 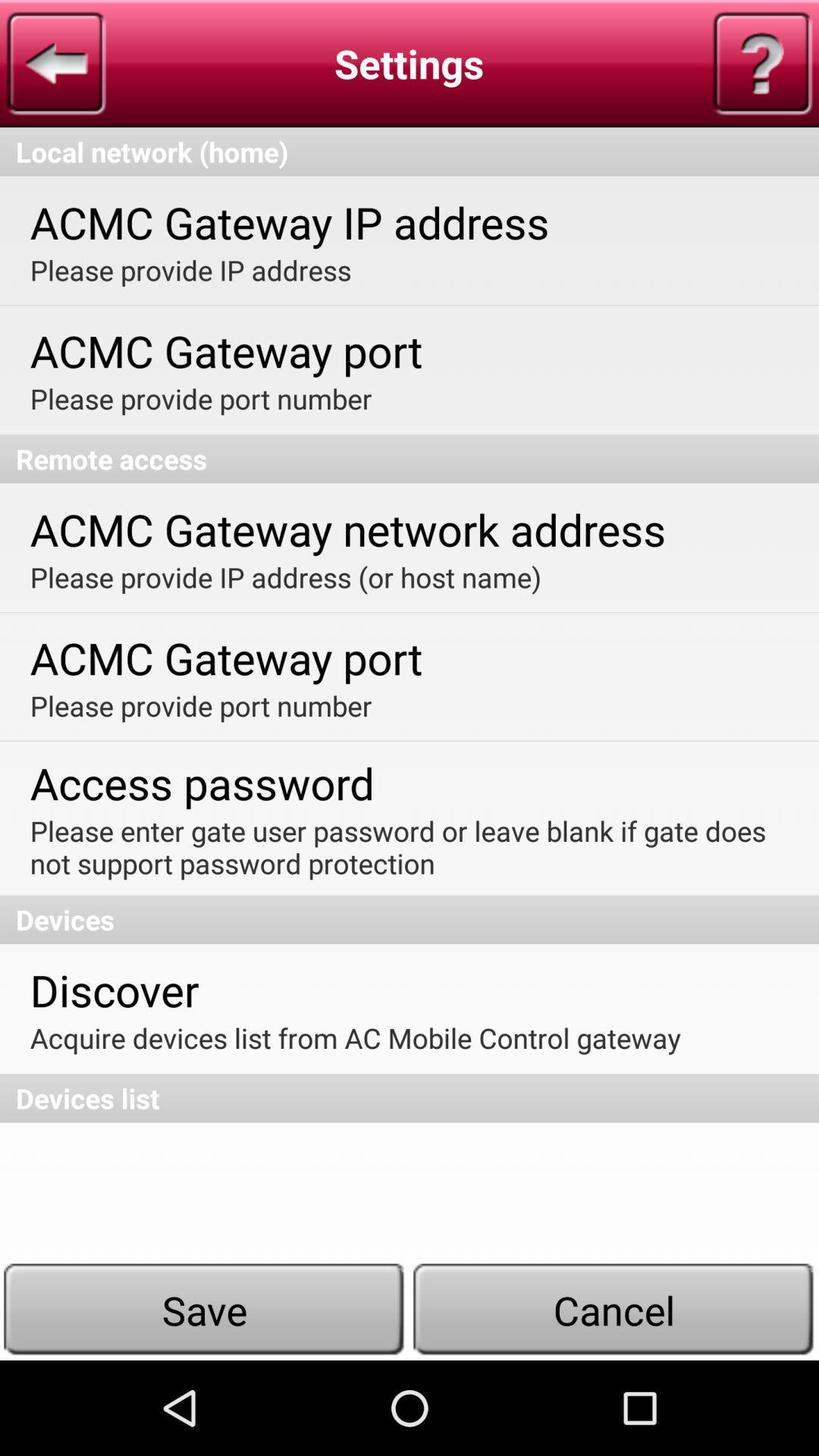 What do you see at coordinates (614, 1309) in the screenshot?
I see `item to the right of save` at bounding box center [614, 1309].